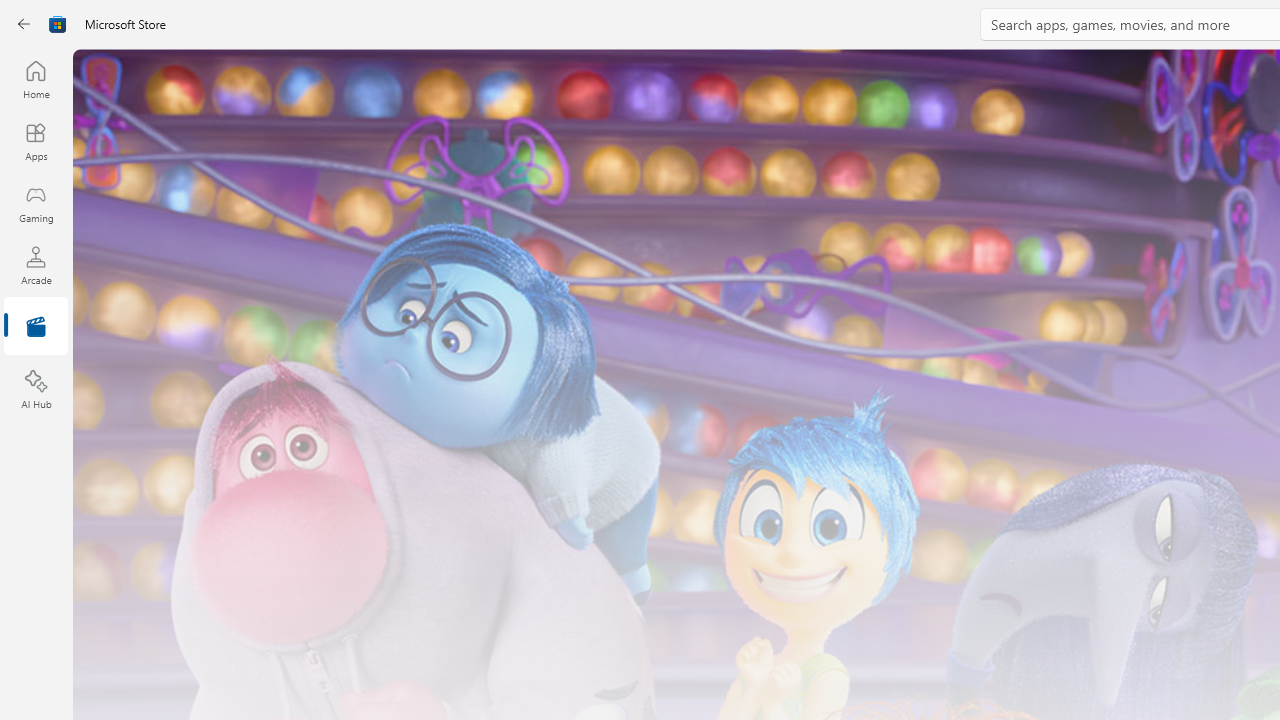 The height and width of the screenshot is (720, 1280). What do you see at coordinates (35, 264) in the screenshot?
I see `'Arcade'` at bounding box center [35, 264].